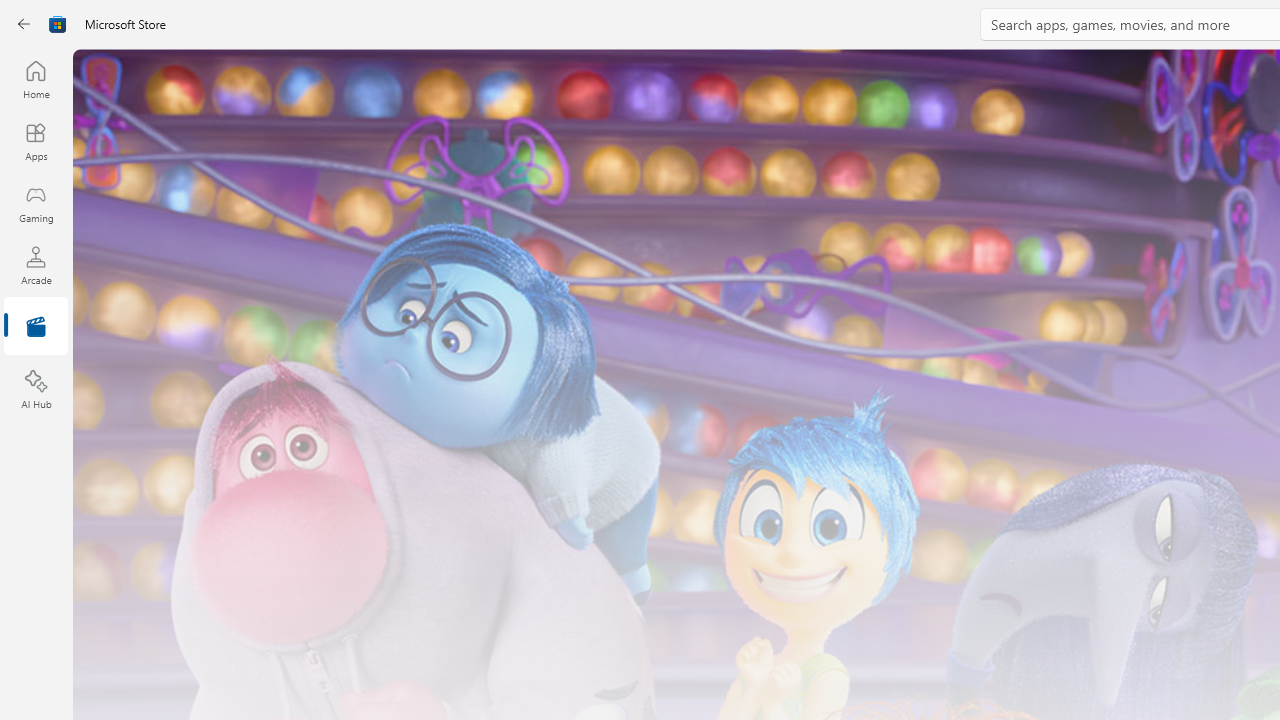 The height and width of the screenshot is (720, 1280). What do you see at coordinates (35, 264) in the screenshot?
I see `'Arcade'` at bounding box center [35, 264].